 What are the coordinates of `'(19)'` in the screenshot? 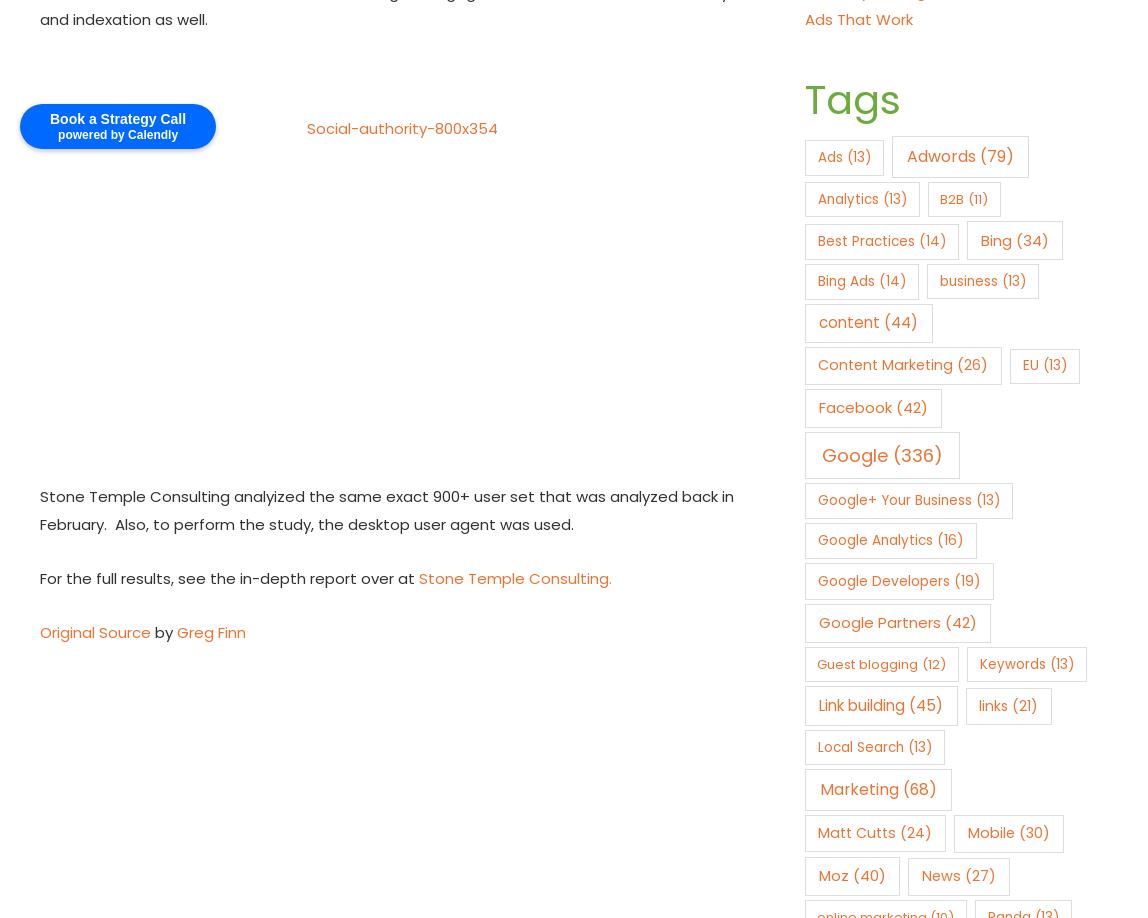 It's located at (965, 578).